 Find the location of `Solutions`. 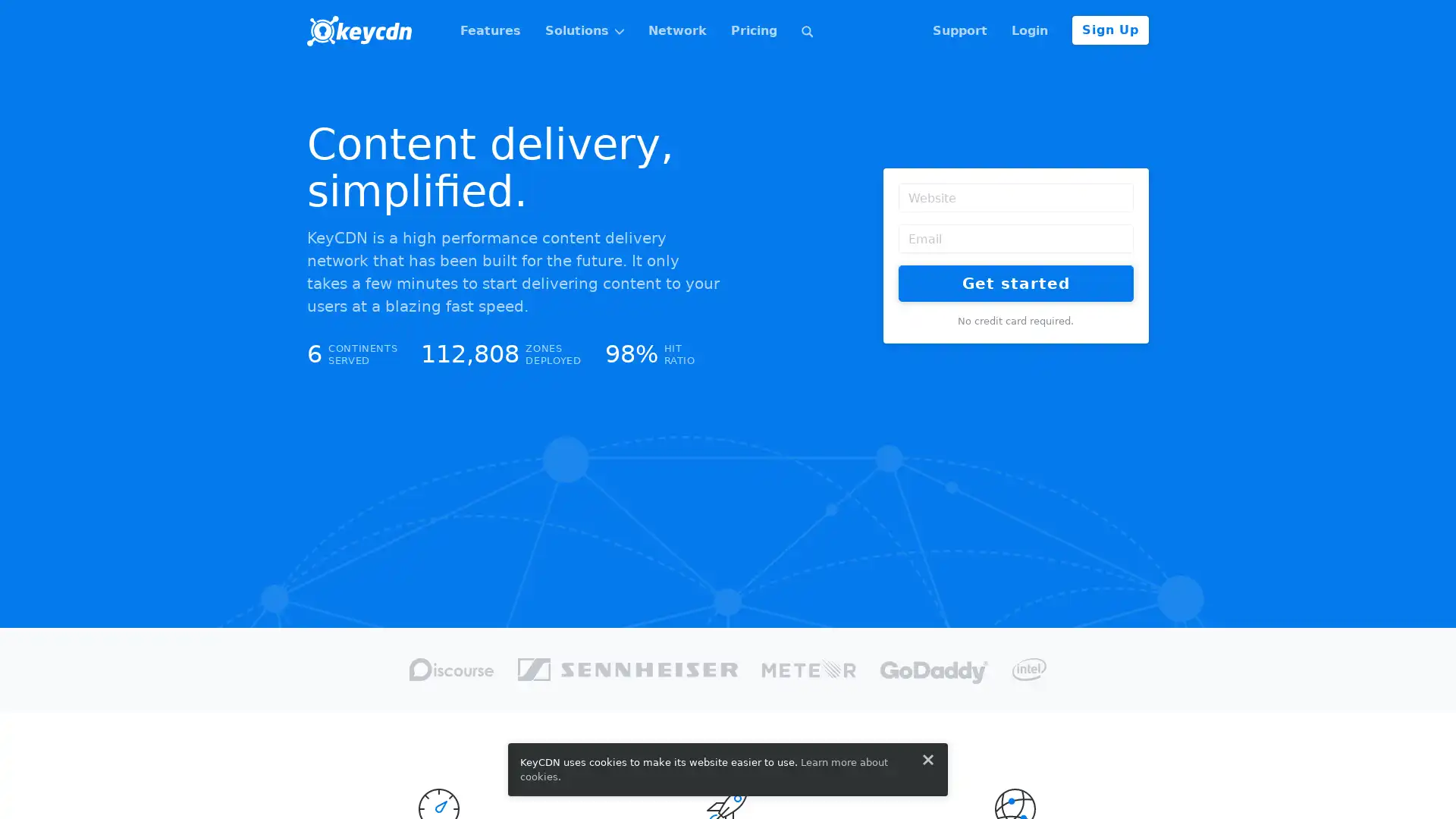

Solutions is located at coordinates (583, 31).